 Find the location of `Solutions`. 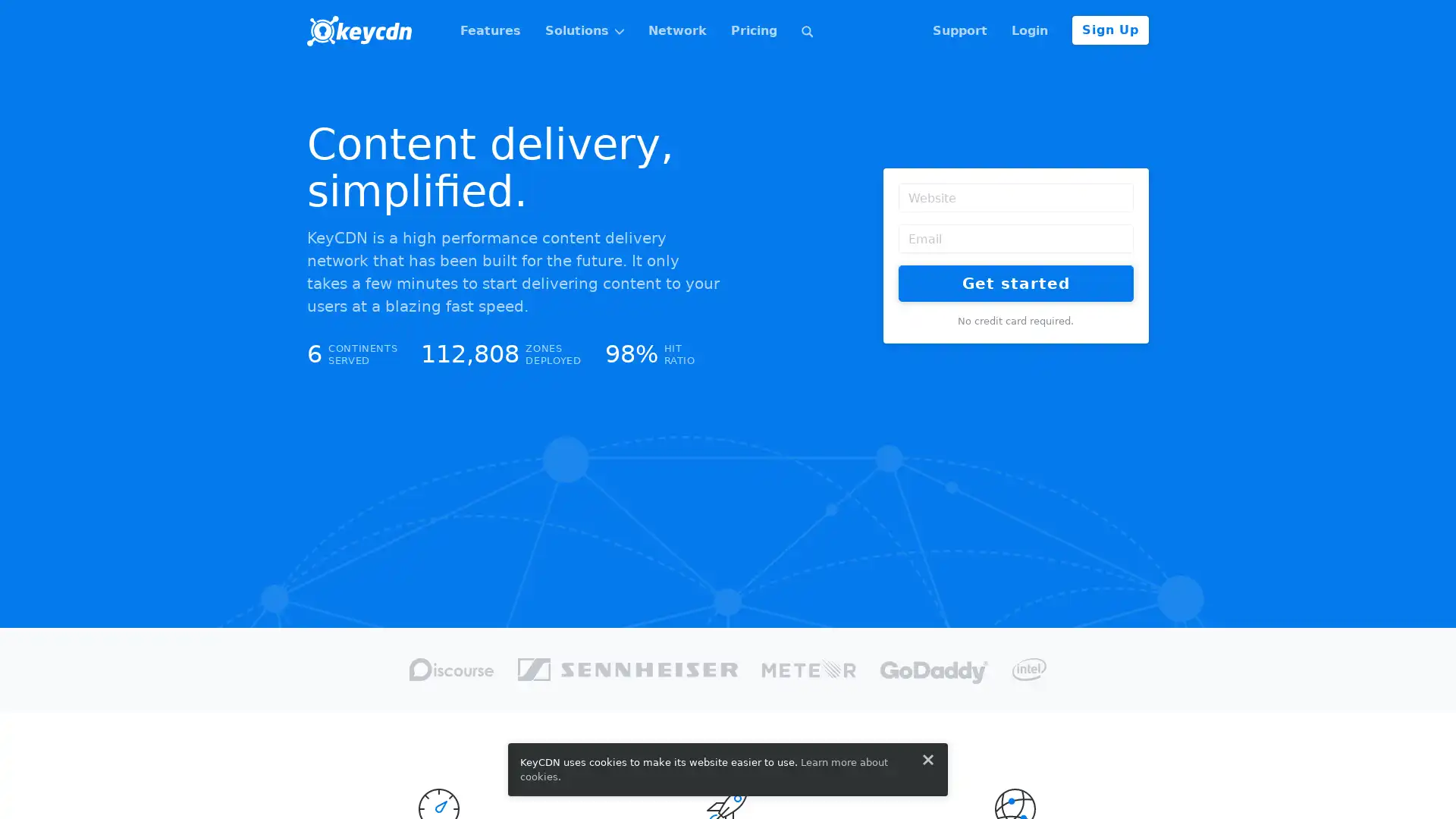

Solutions is located at coordinates (583, 31).